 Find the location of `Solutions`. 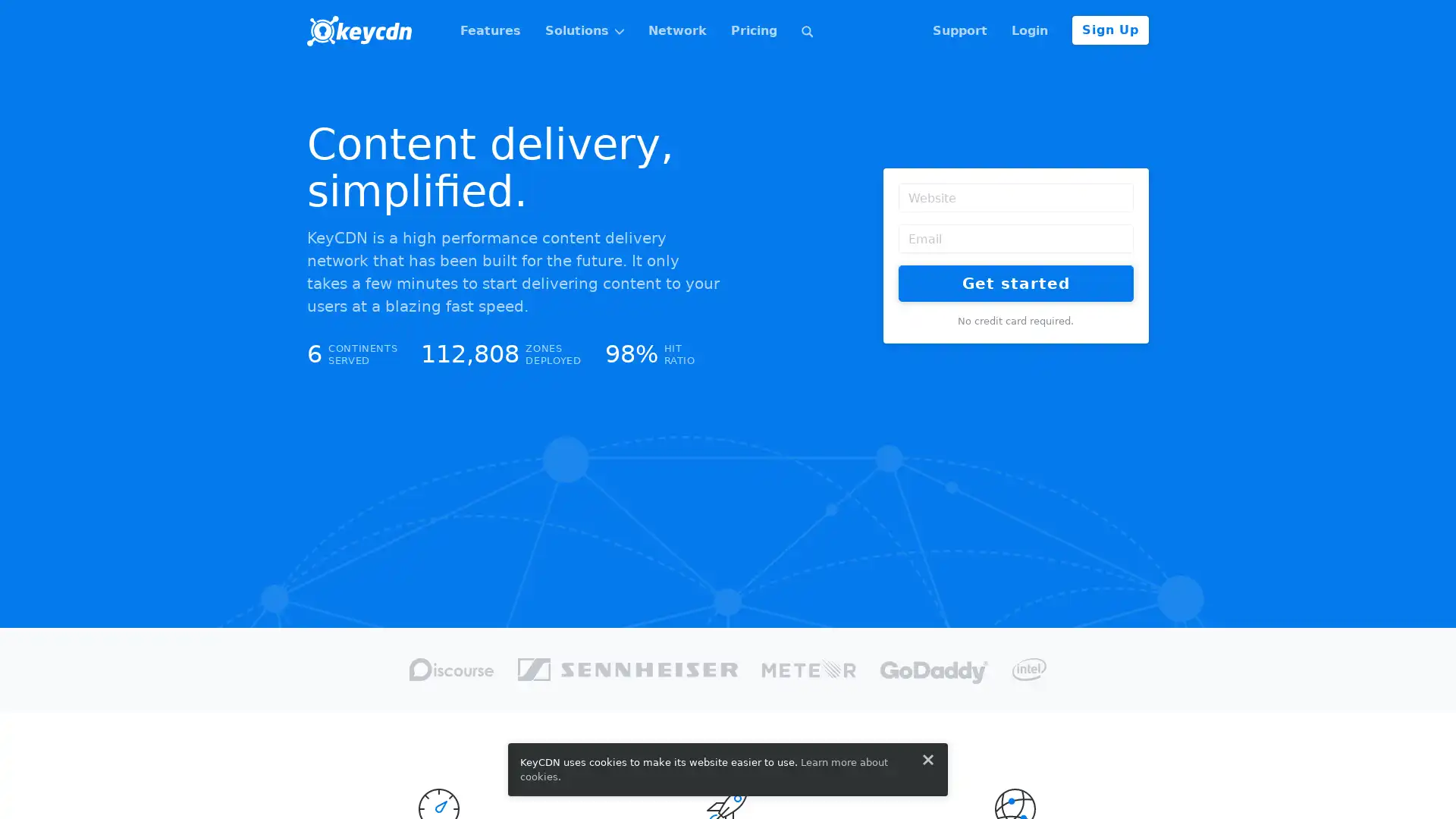

Solutions is located at coordinates (583, 31).